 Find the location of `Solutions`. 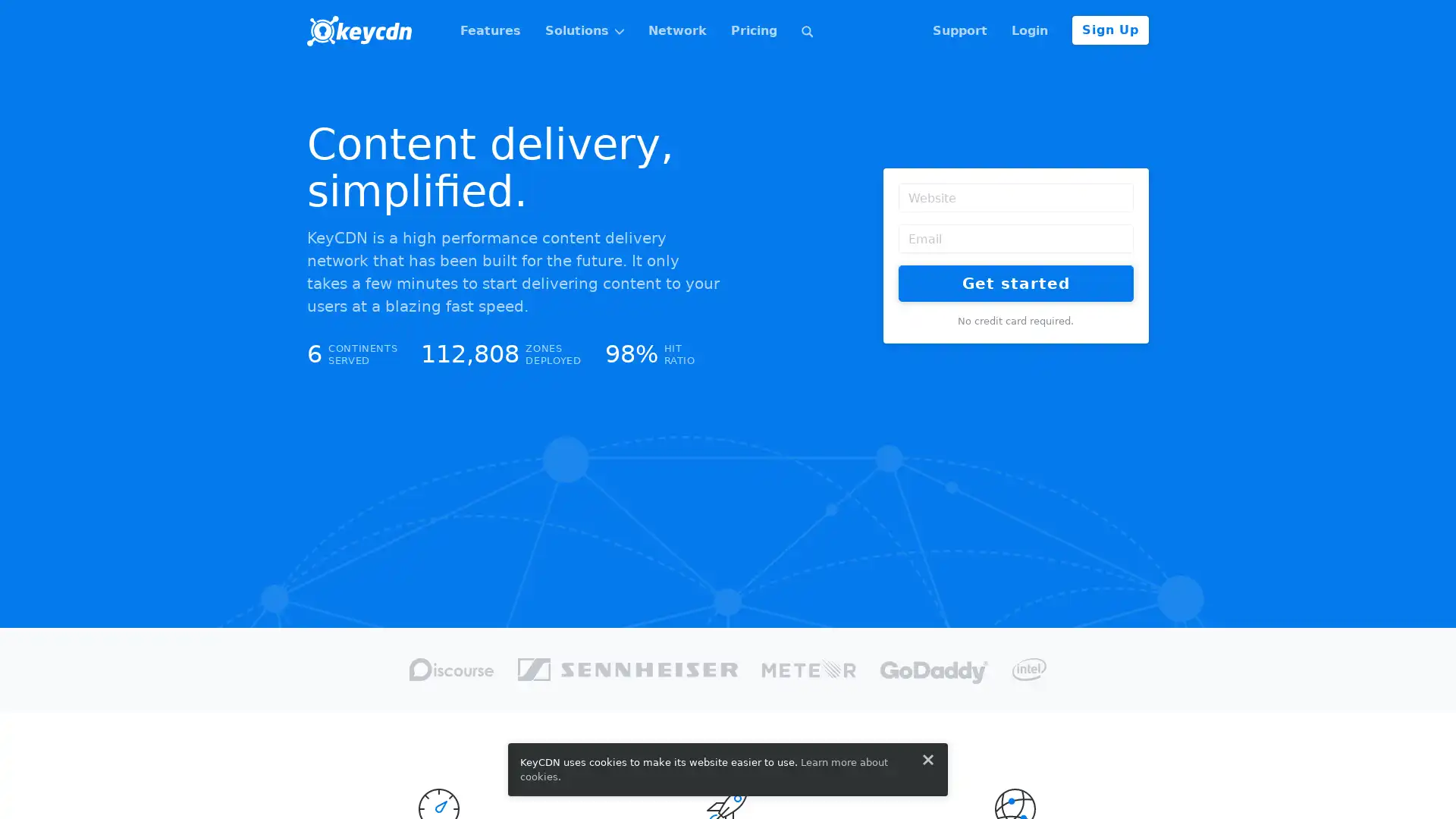

Solutions is located at coordinates (583, 31).